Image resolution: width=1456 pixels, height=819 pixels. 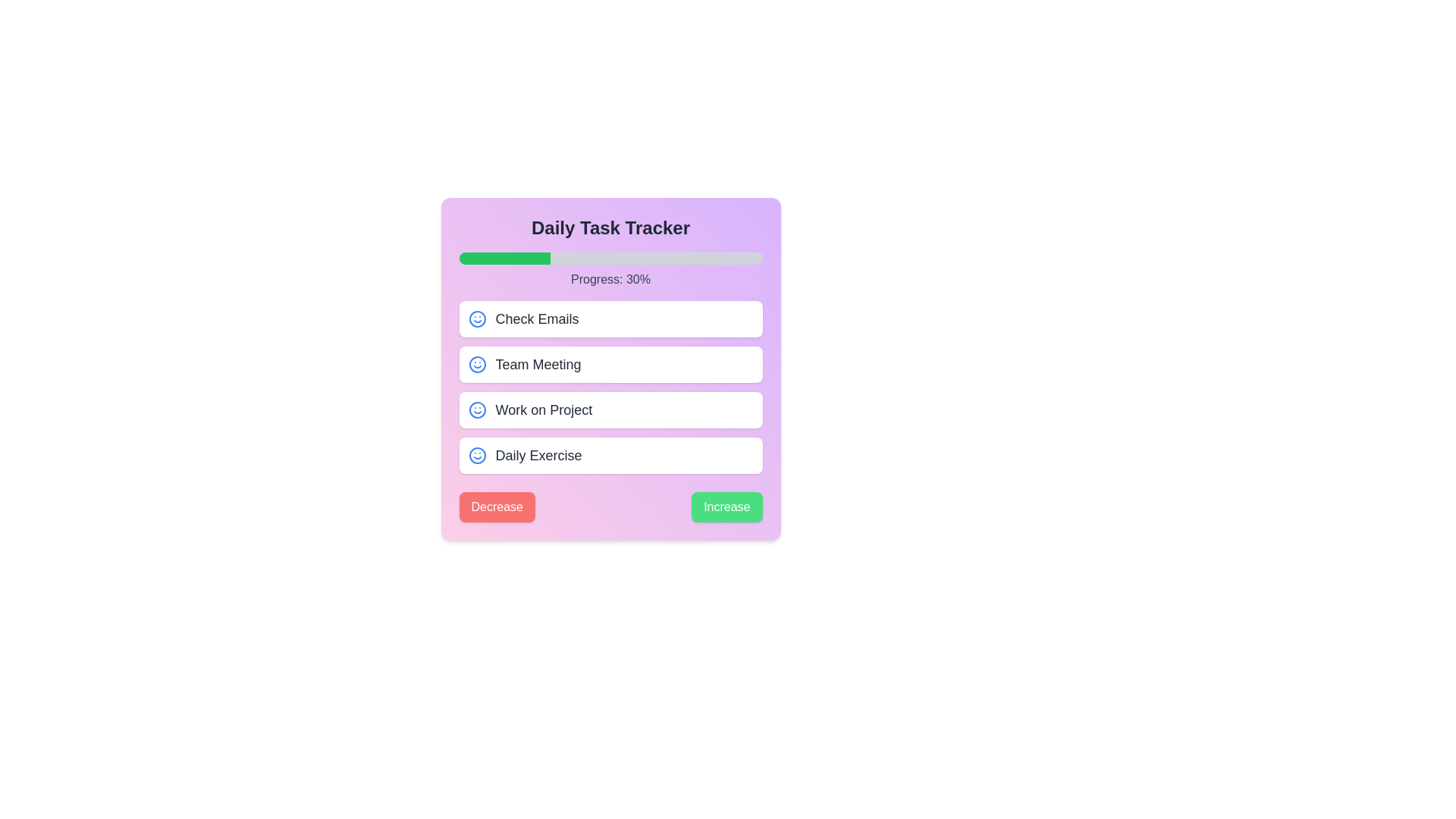 What do you see at coordinates (610, 386) in the screenshot?
I see `task names from the primary task list group located within the 'Daily Task Tracker' card, positioned between the progress bar and the action buttons labeled 'Decrease' and 'Increase'` at bounding box center [610, 386].